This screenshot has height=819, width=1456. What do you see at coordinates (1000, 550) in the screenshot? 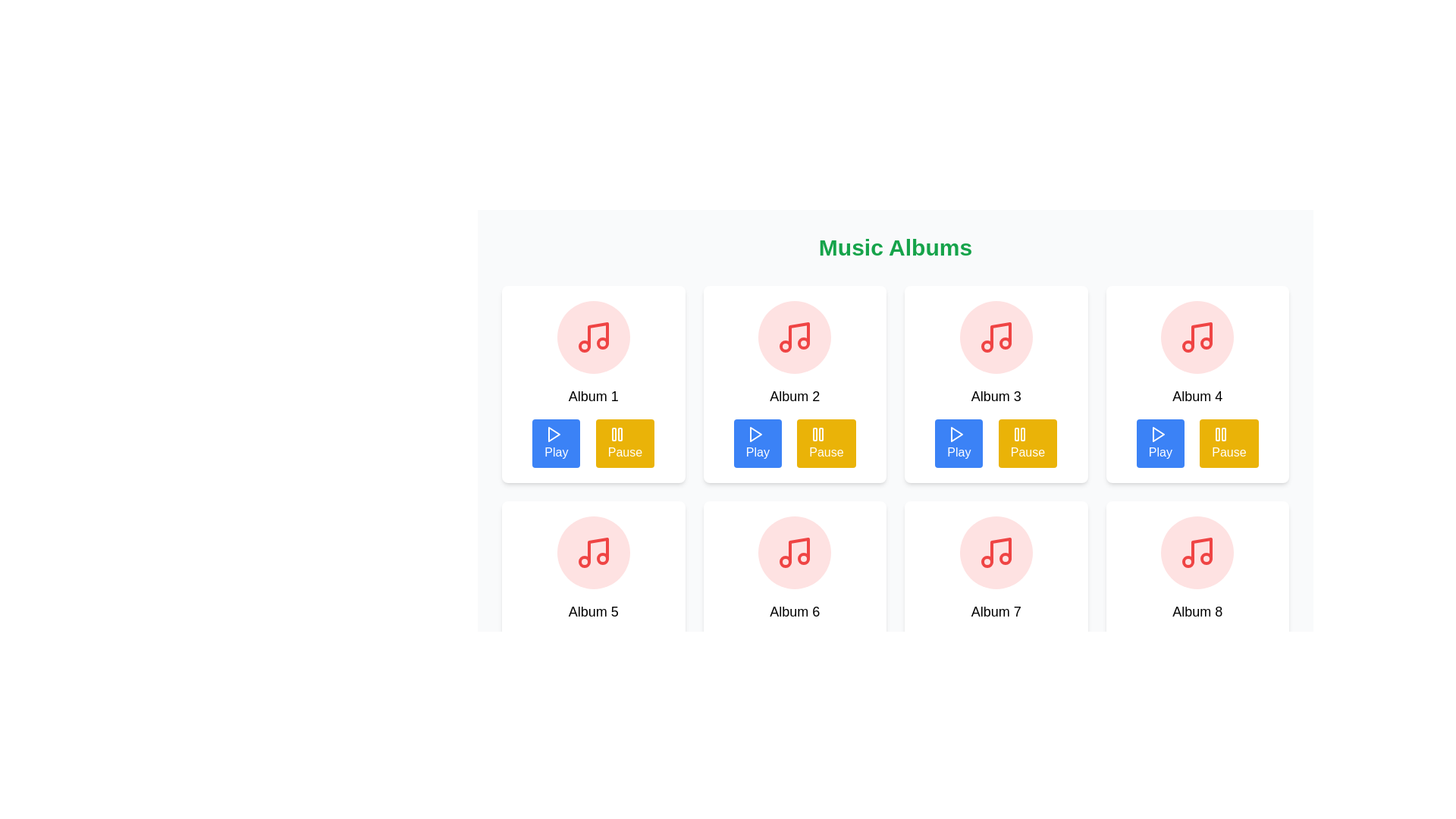
I see `the thin vertical line segment within the musical note icon for 'Album 7', located in the middle-right section of the layout grid` at bounding box center [1000, 550].